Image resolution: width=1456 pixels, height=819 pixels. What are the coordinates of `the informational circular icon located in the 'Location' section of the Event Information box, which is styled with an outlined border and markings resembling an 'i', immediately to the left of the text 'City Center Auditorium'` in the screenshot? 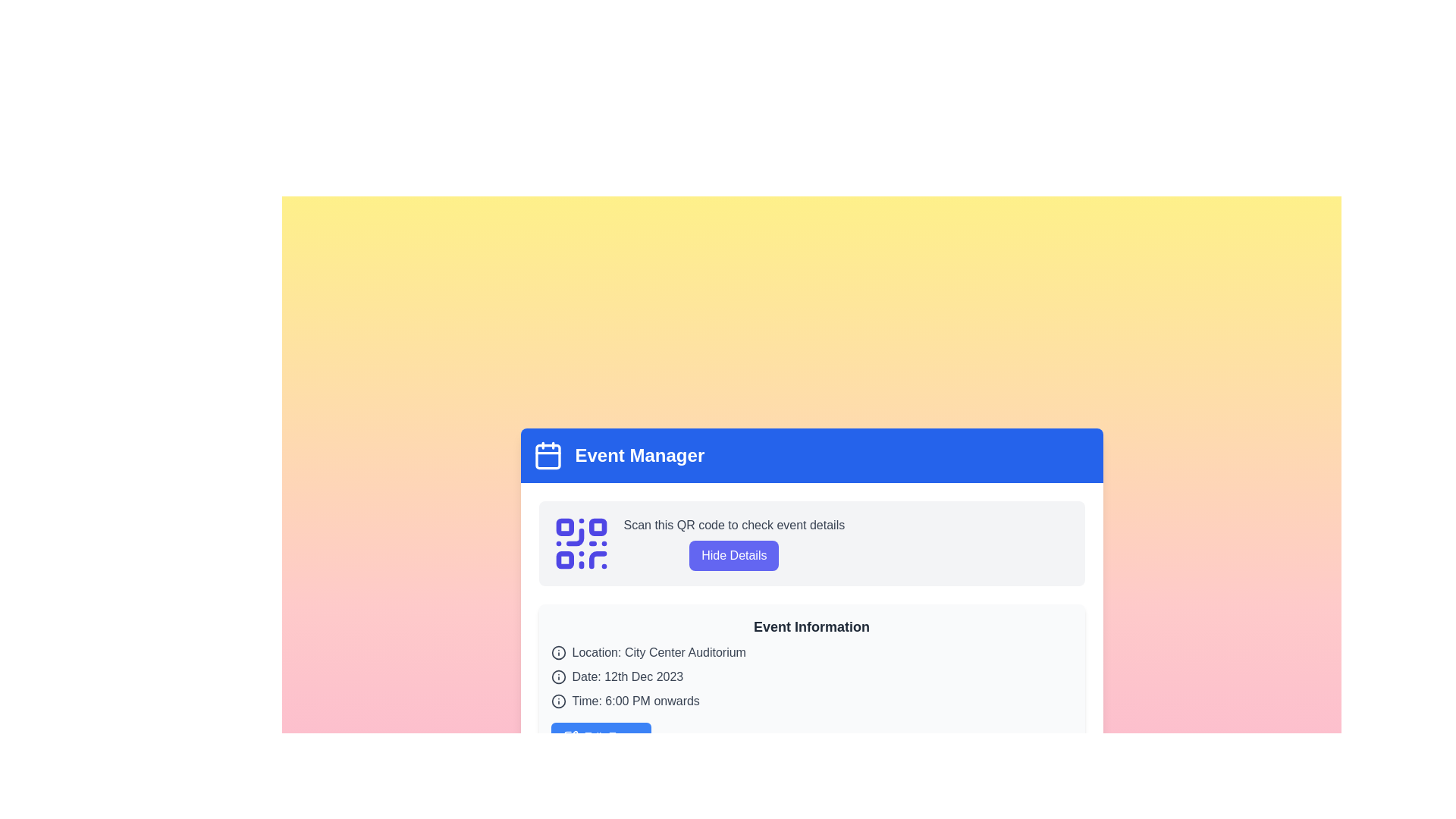 It's located at (557, 651).